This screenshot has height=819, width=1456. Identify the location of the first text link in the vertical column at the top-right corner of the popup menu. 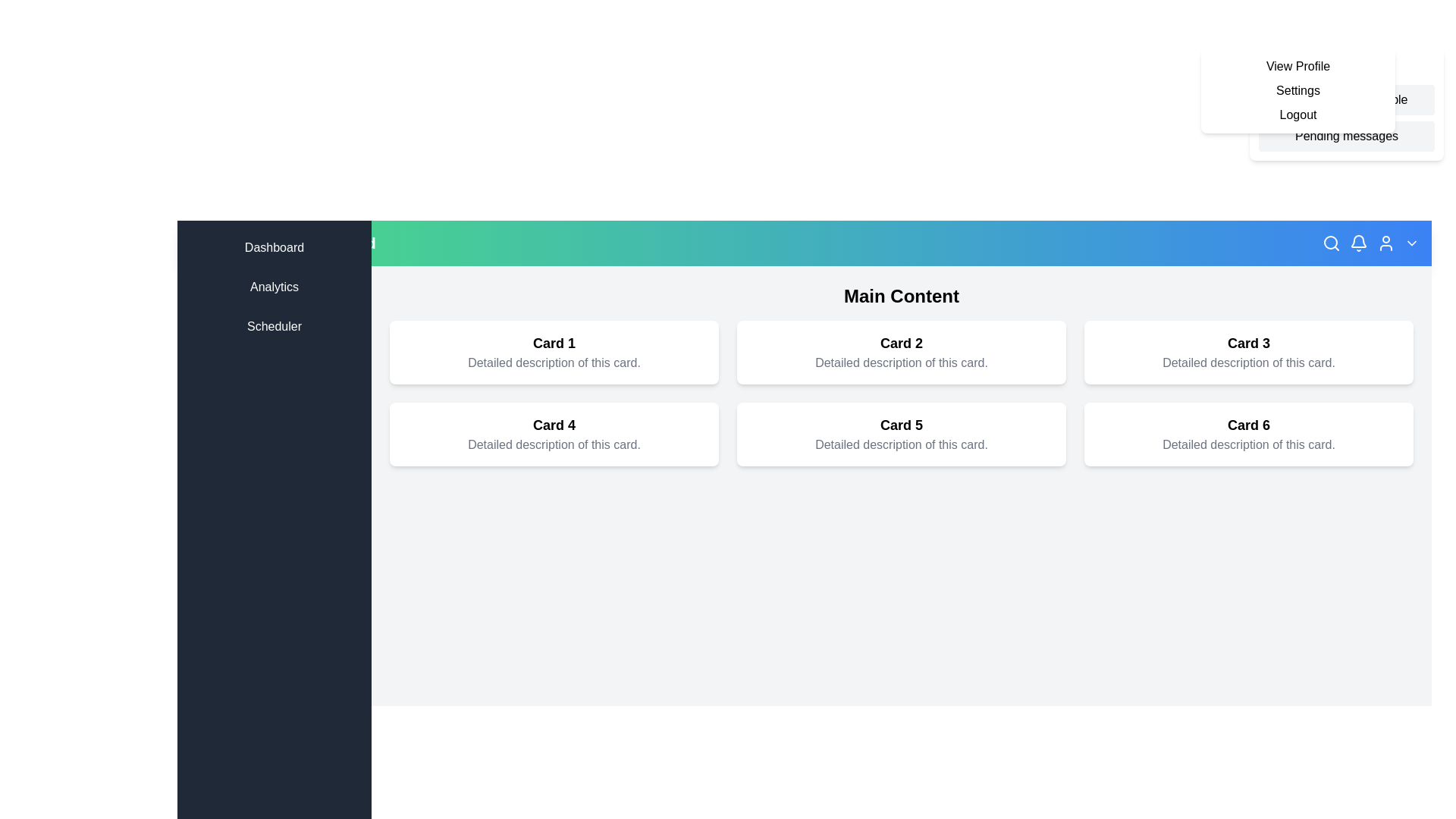
(1298, 66).